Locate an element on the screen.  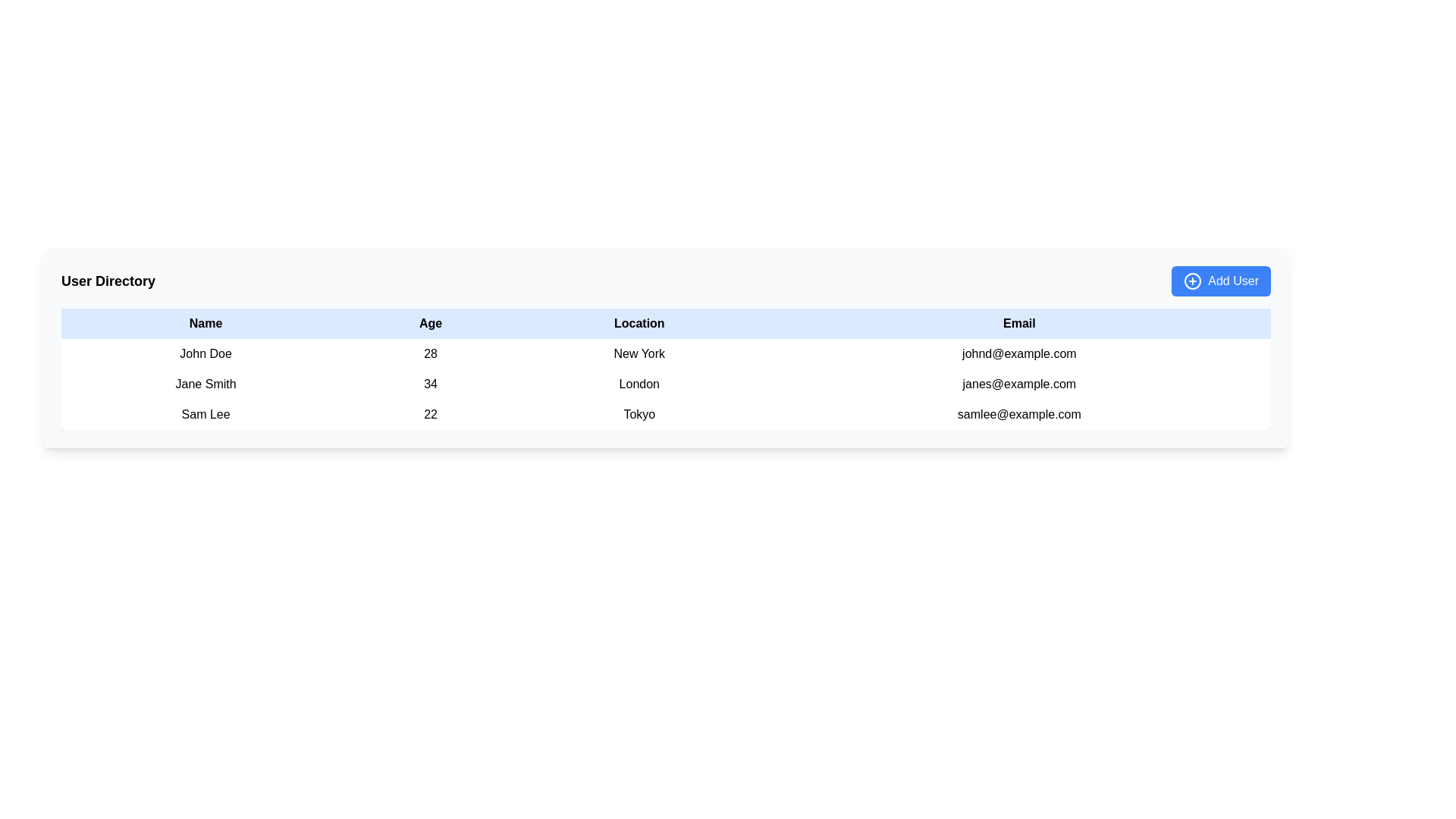
bold, large-sized text label 'User Directory' located at the upper left corner of its section is located at coordinates (108, 281).